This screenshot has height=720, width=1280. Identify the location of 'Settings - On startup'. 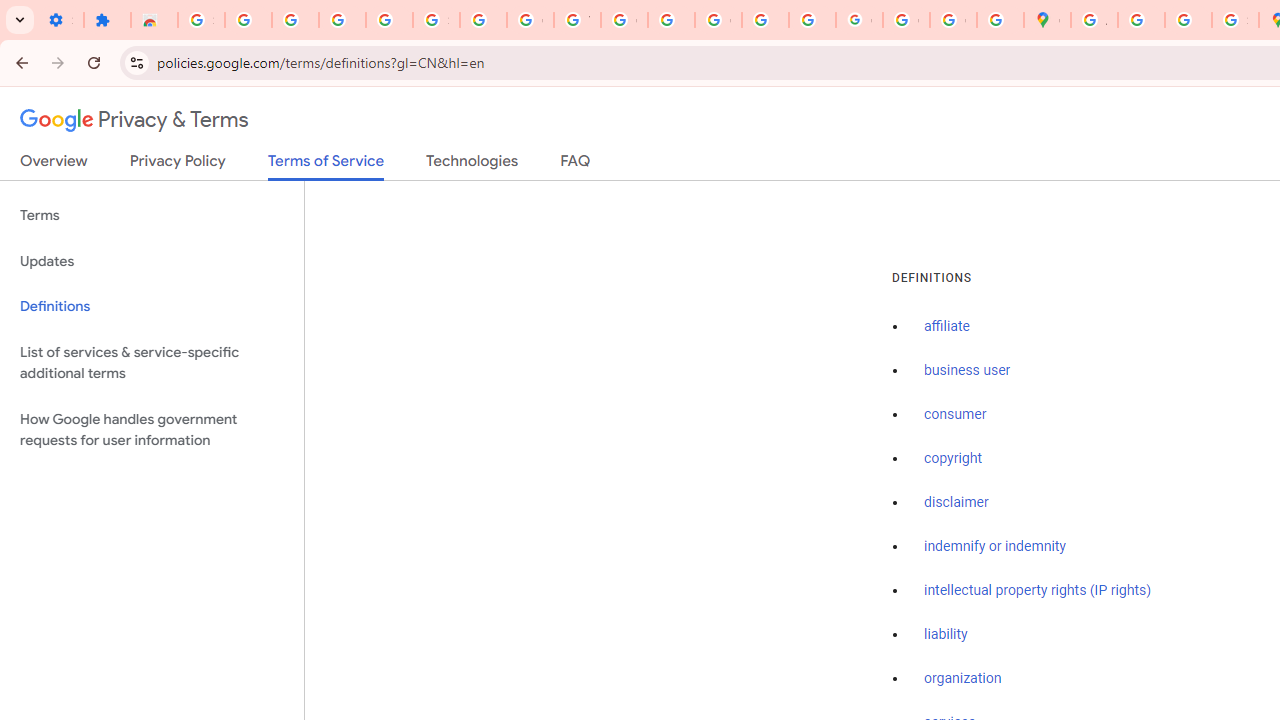
(60, 20).